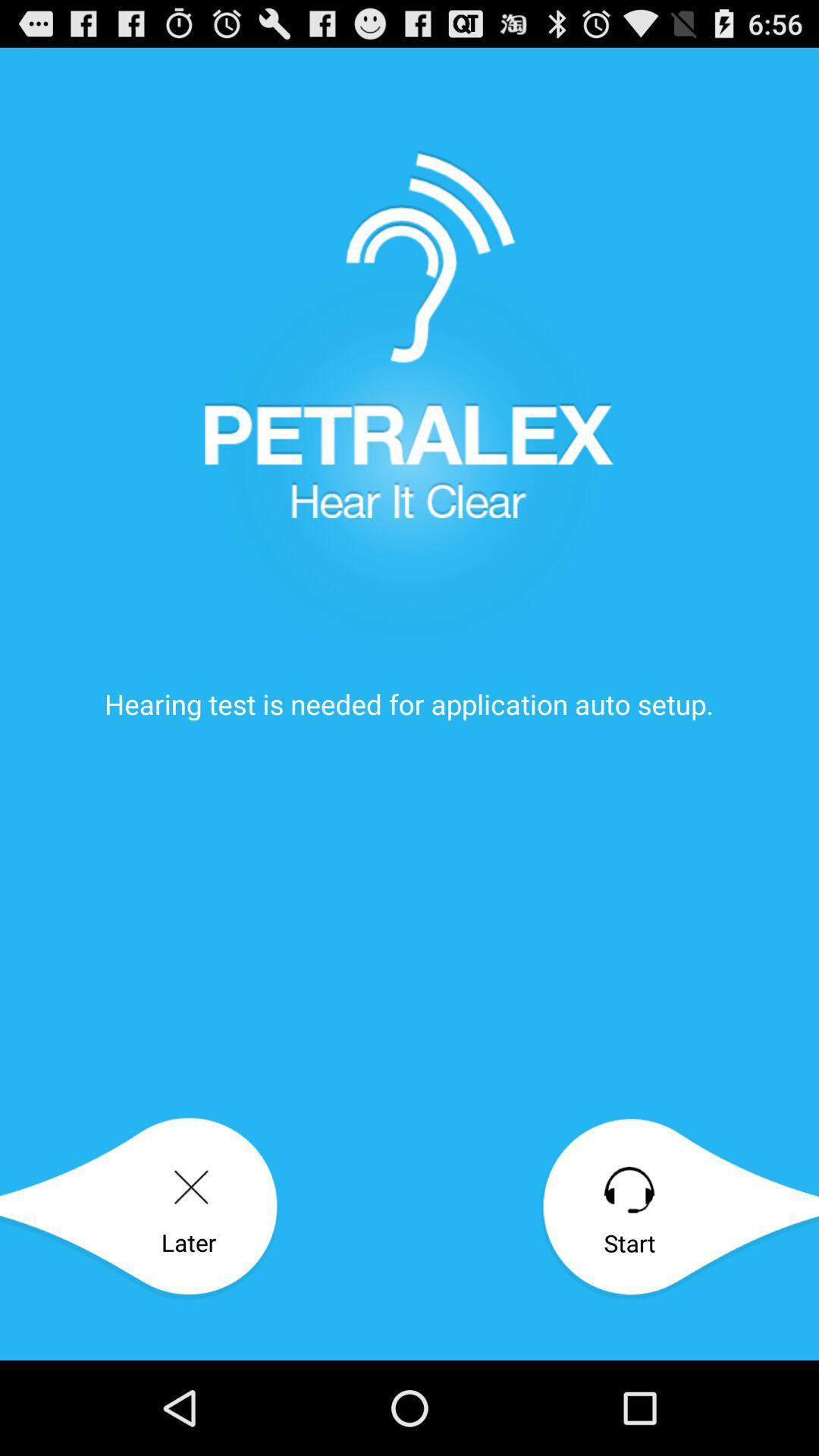  Describe the element at coordinates (679, 1208) in the screenshot. I see `item to the right of the later icon` at that location.